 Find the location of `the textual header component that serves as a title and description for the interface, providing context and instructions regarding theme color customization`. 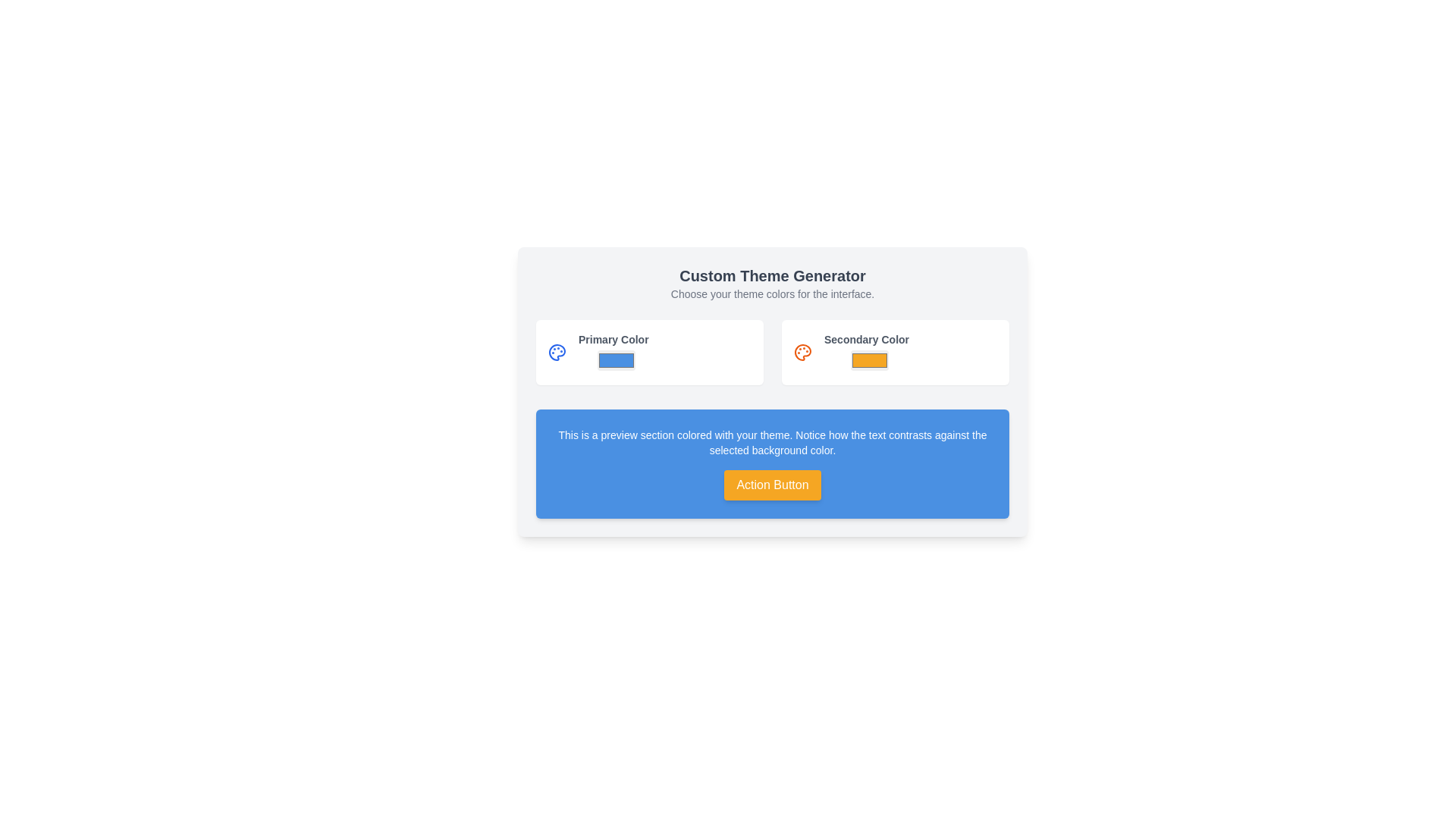

the textual header component that serves as a title and description for the interface, providing context and instructions regarding theme color customization is located at coordinates (772, 284).